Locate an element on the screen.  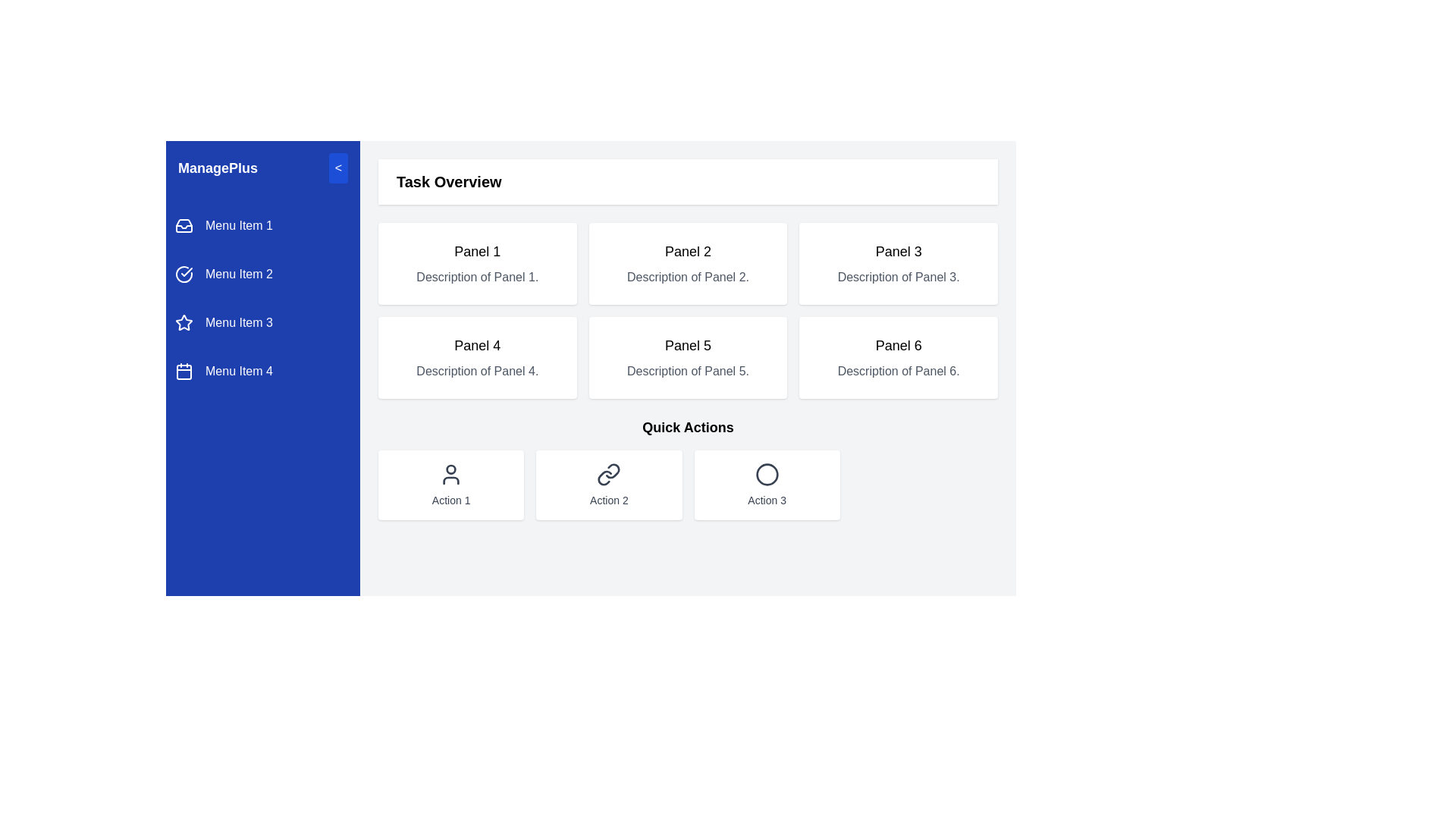
the first card labeled 'Action 1' with a user icon, located in the 'Quick Actions' section below 'Task Overview' is located at coordinates (450, 485).